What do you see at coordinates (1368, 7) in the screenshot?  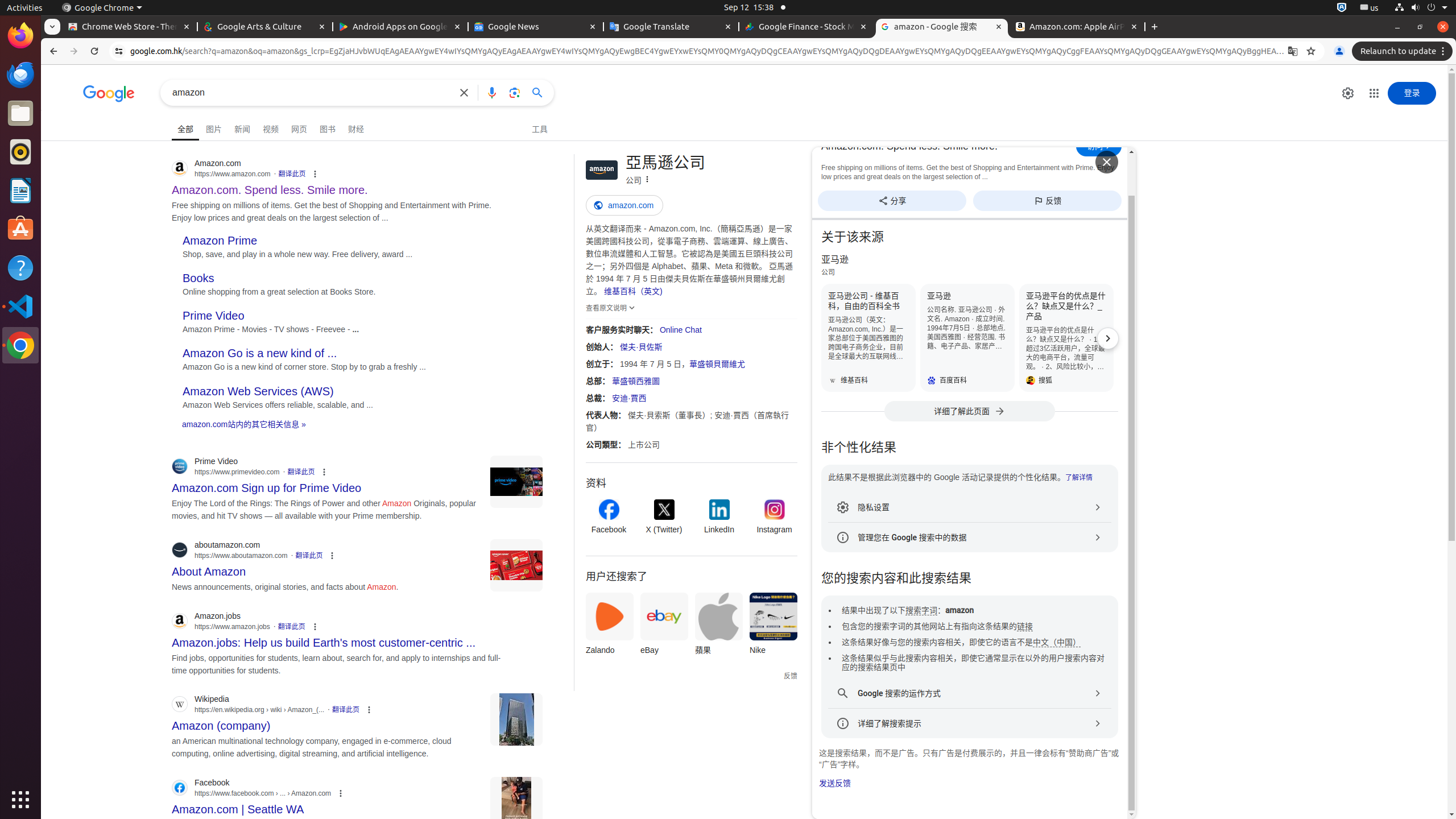 I see `':1.21/StatusNotifierItem'` at bounding box center [1368, 7].